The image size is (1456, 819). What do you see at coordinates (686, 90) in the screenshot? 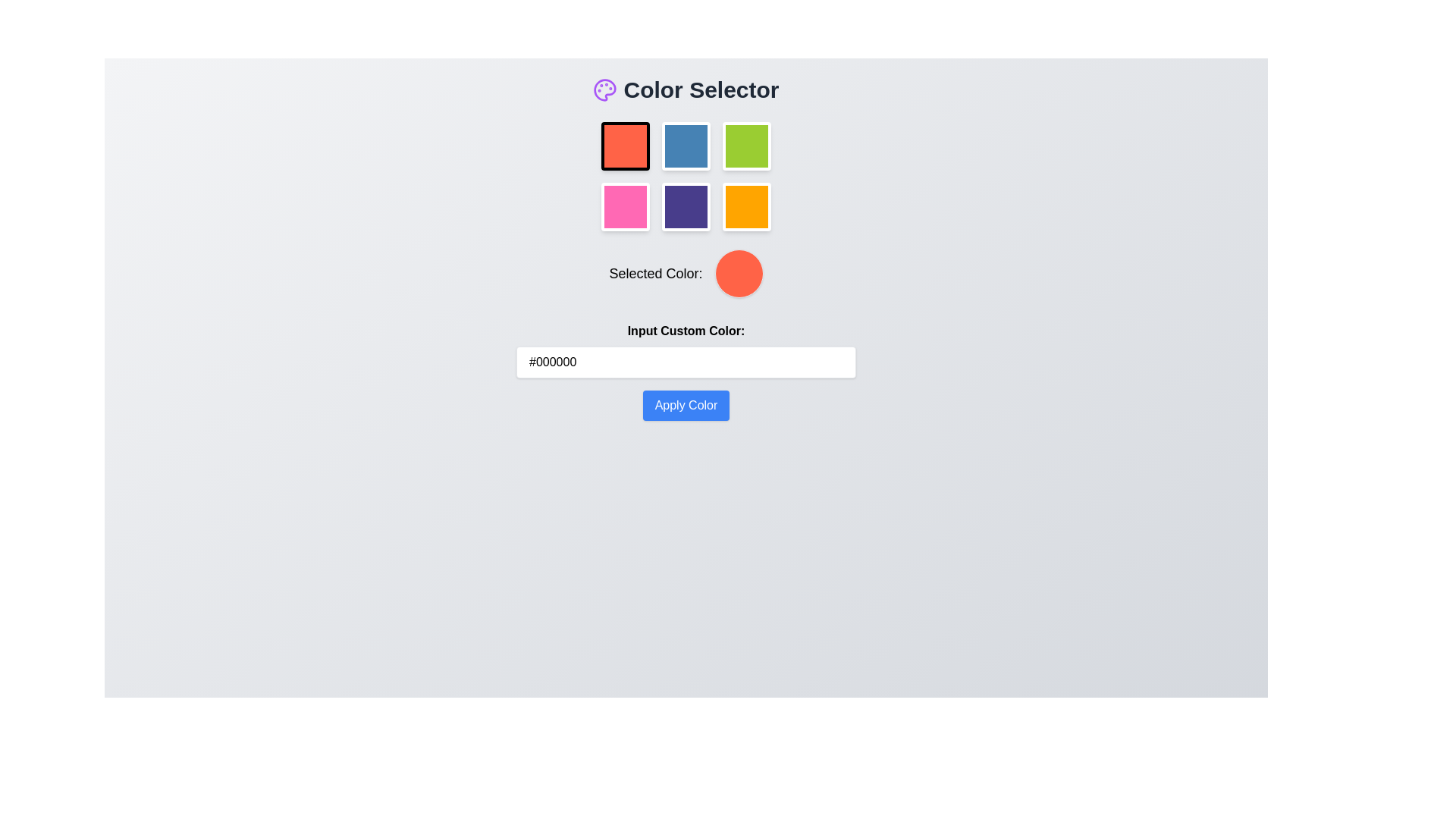
I see `the 'Color Selector' label, which displays the text in bold, 3xl font size with gray color, and is accompanied by a purple palette icon on its left` at bounding box center [686, 90].